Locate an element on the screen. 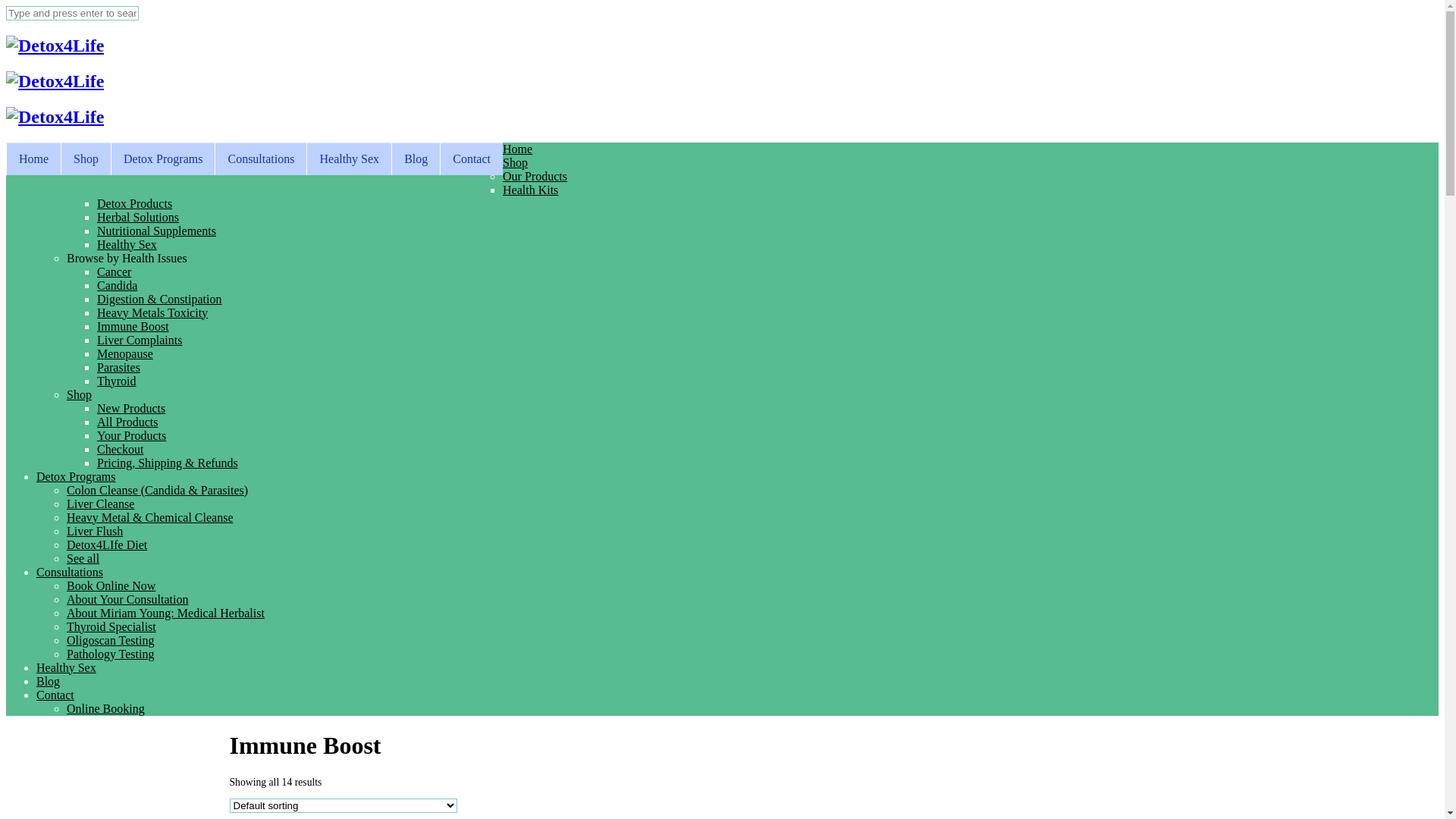 This screenshot has height=819, width=1456. 'Liver Cleanse' is located at coordinates (65, 504).